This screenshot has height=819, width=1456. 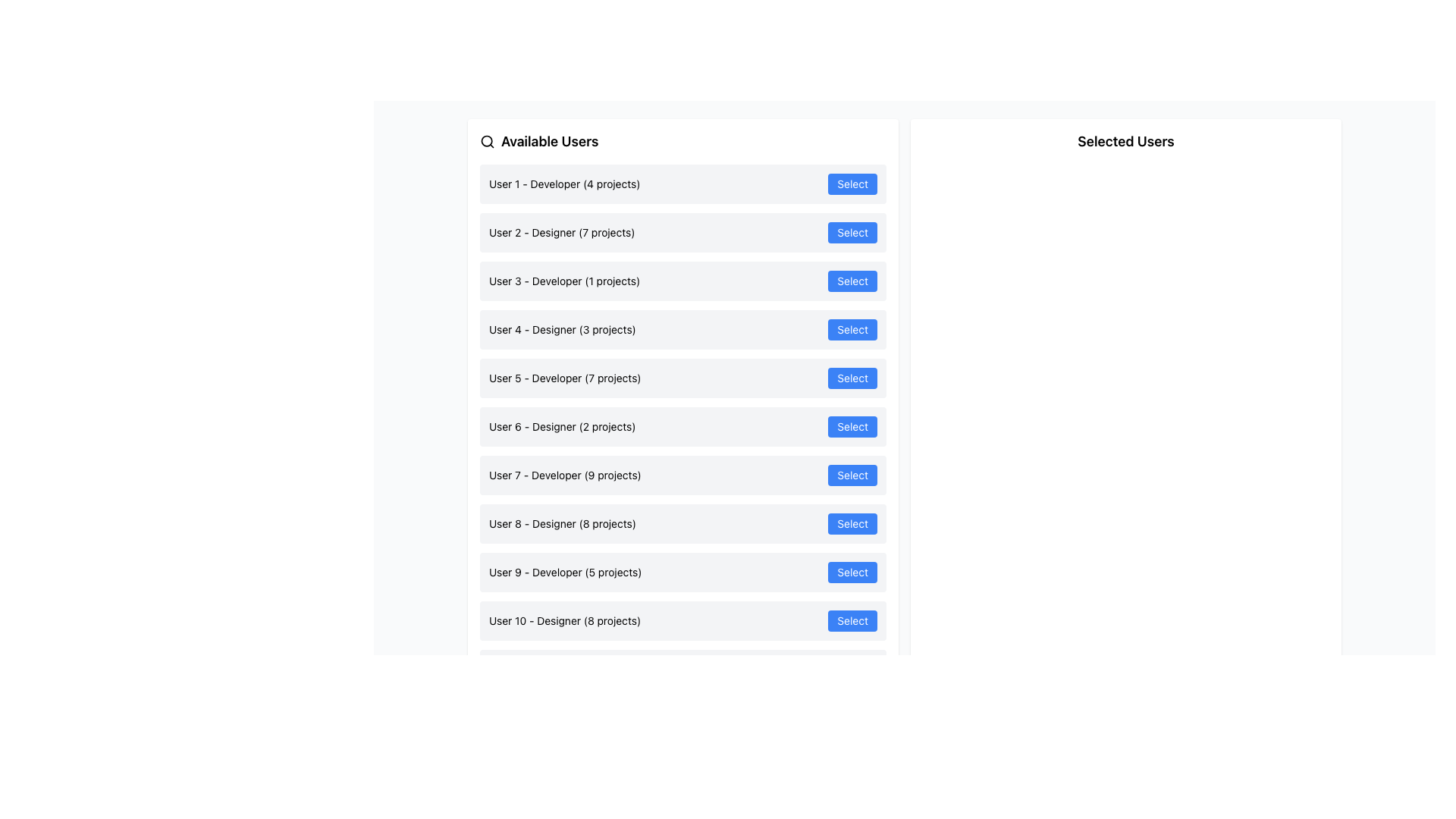 What do you see at coordinates (852, 573) in the screenshot?
I see `the 'Select' button with a blue background` at bounding box center [852, 573].